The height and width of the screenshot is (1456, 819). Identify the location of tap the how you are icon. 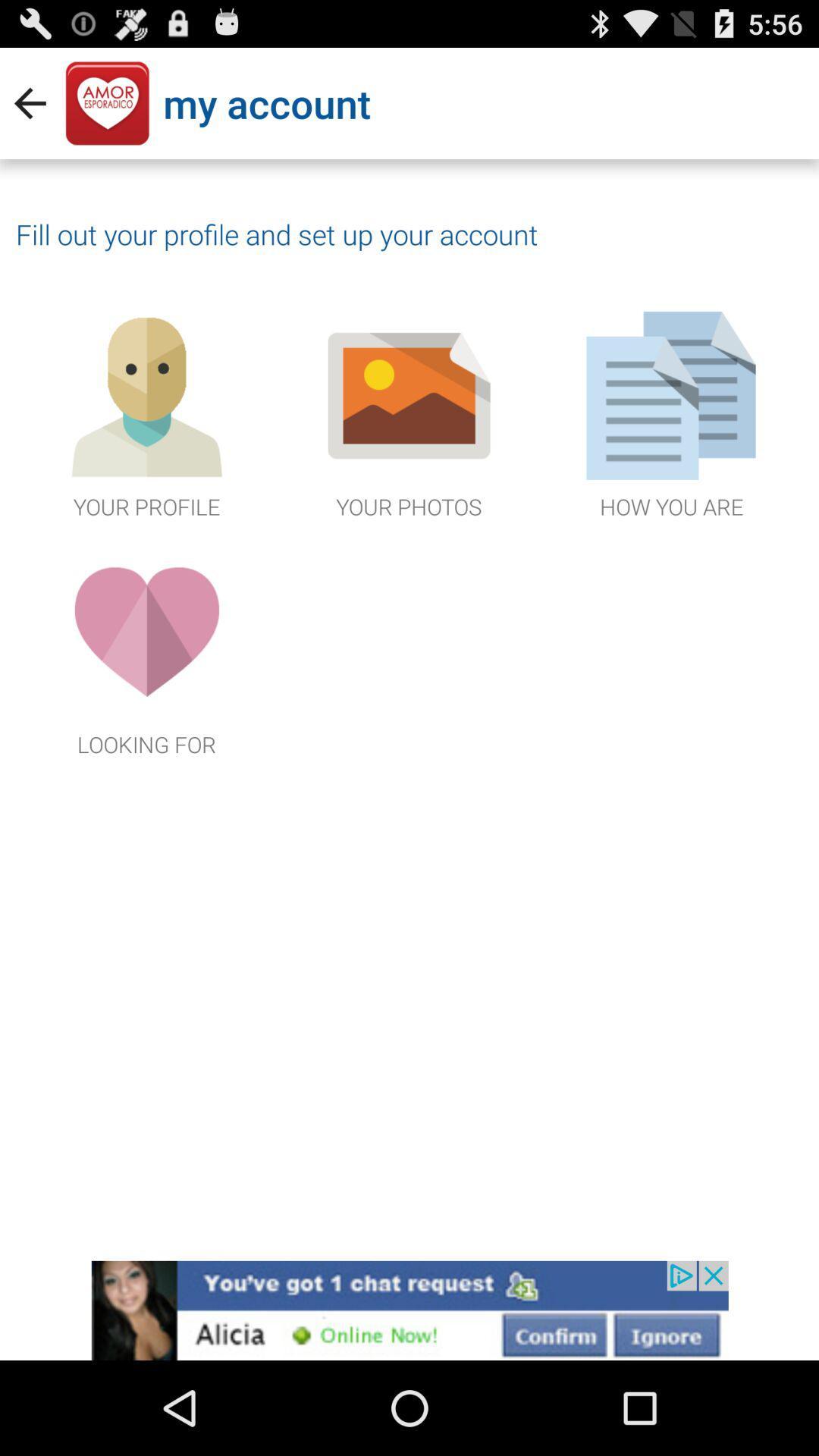
(671, 413).